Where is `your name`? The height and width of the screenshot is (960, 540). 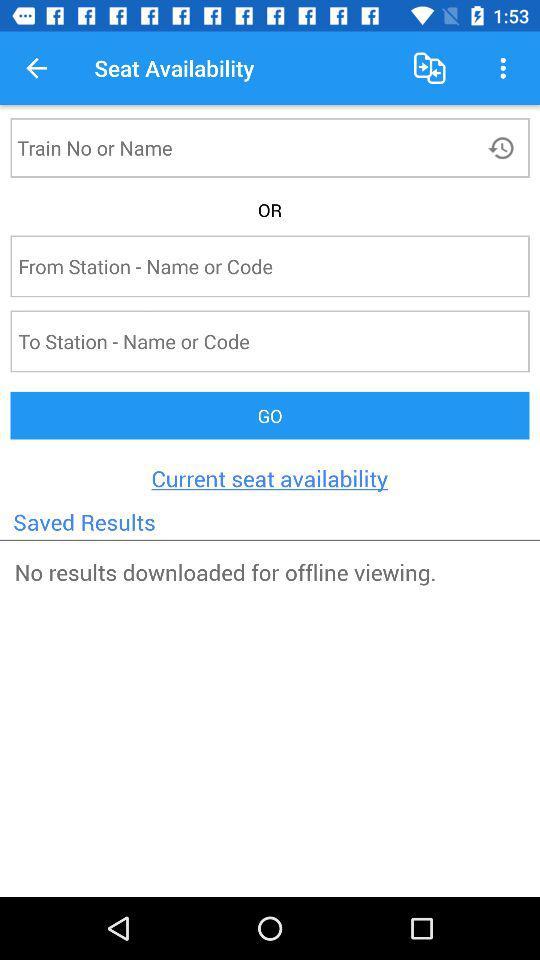 your name is located at coordinates (232, 146).